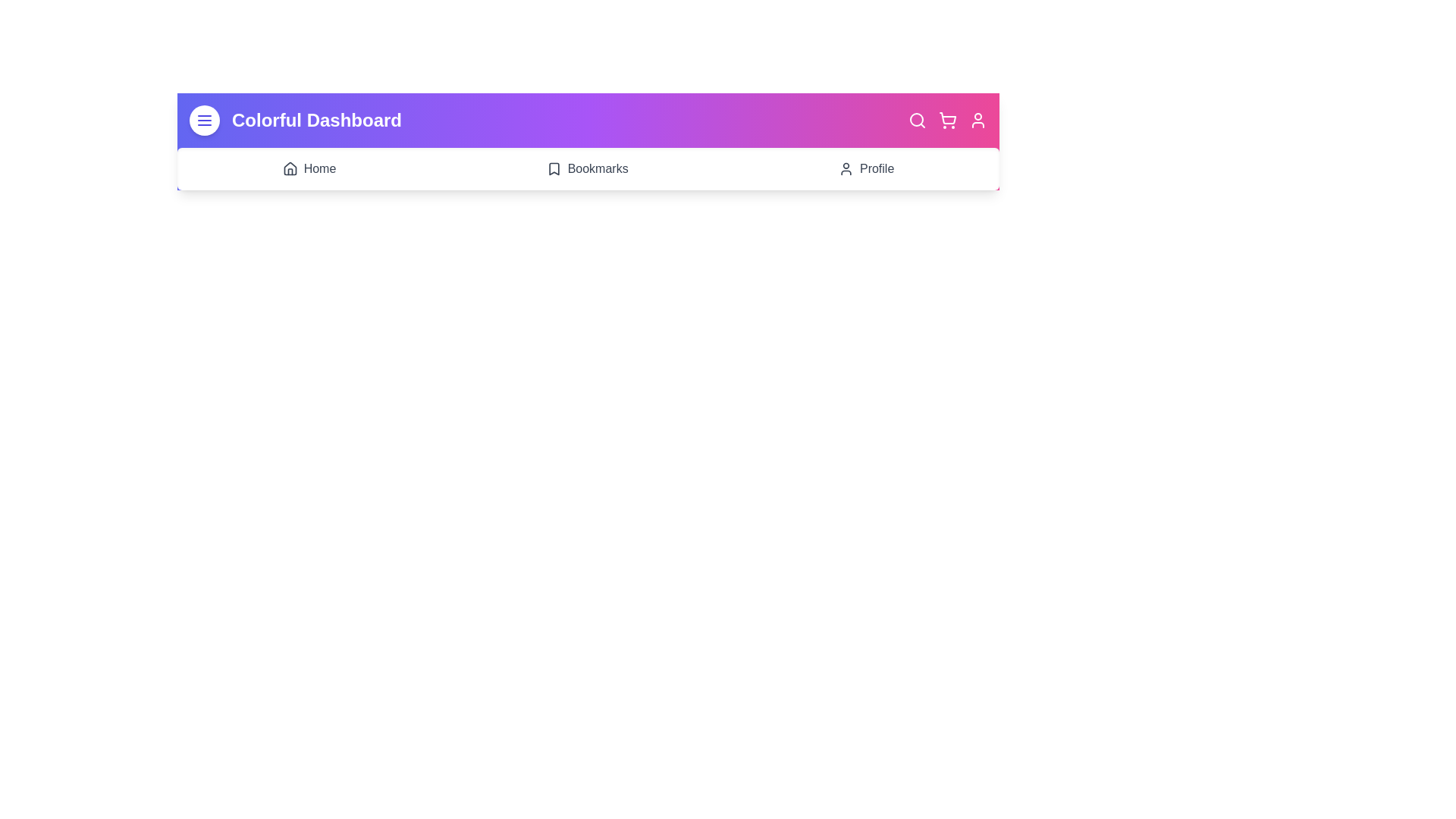 The height and width of the screenshot is (819, 1456). Describe the element at coordinates (946, 119) in the screenshot. I see `the Shopping Cart icon in the top-right corner of the app bar` at that location.